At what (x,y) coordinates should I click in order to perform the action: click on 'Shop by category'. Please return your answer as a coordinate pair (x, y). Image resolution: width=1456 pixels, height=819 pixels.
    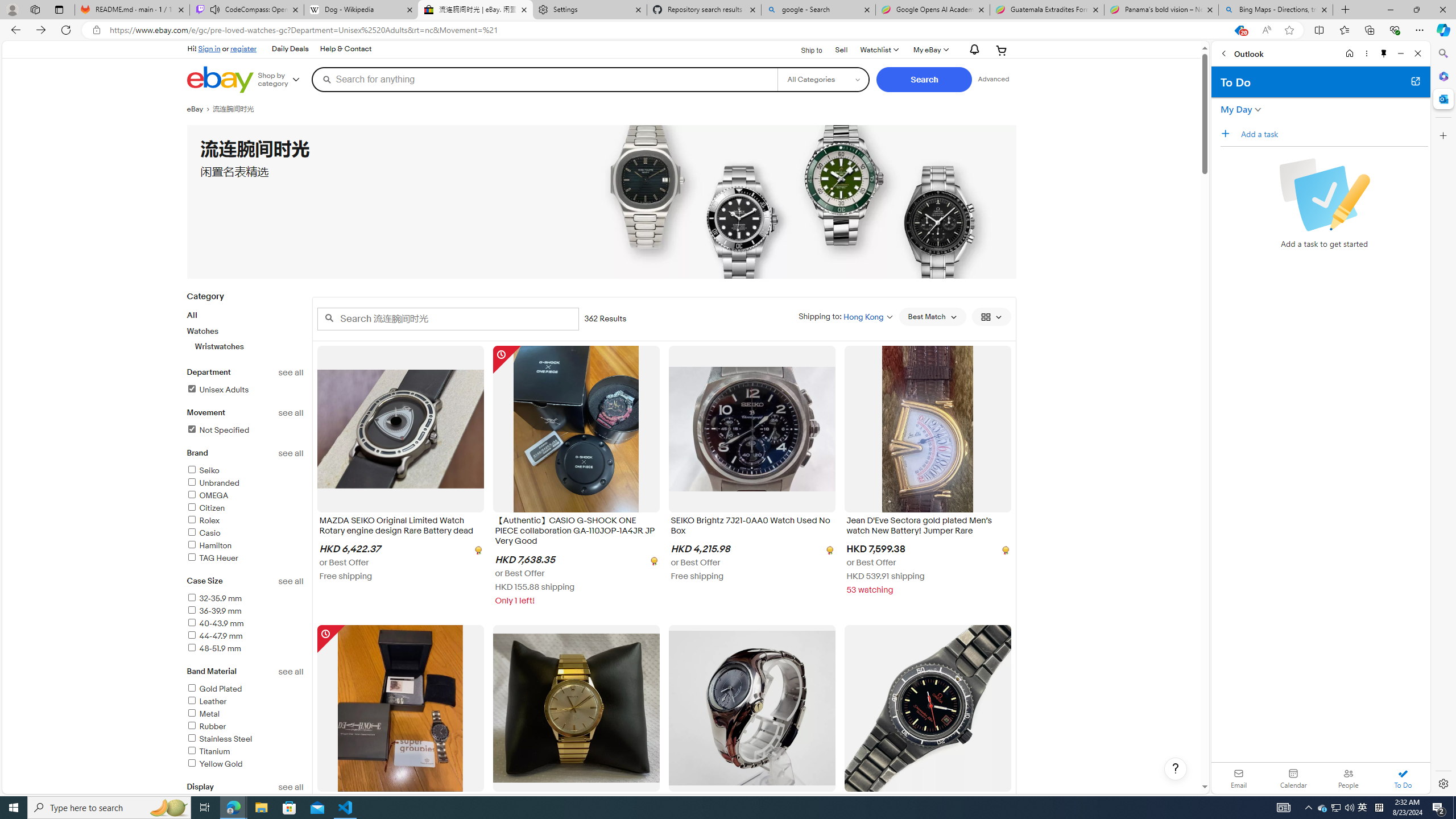
    Looking at the image, I should click on (283, 78).